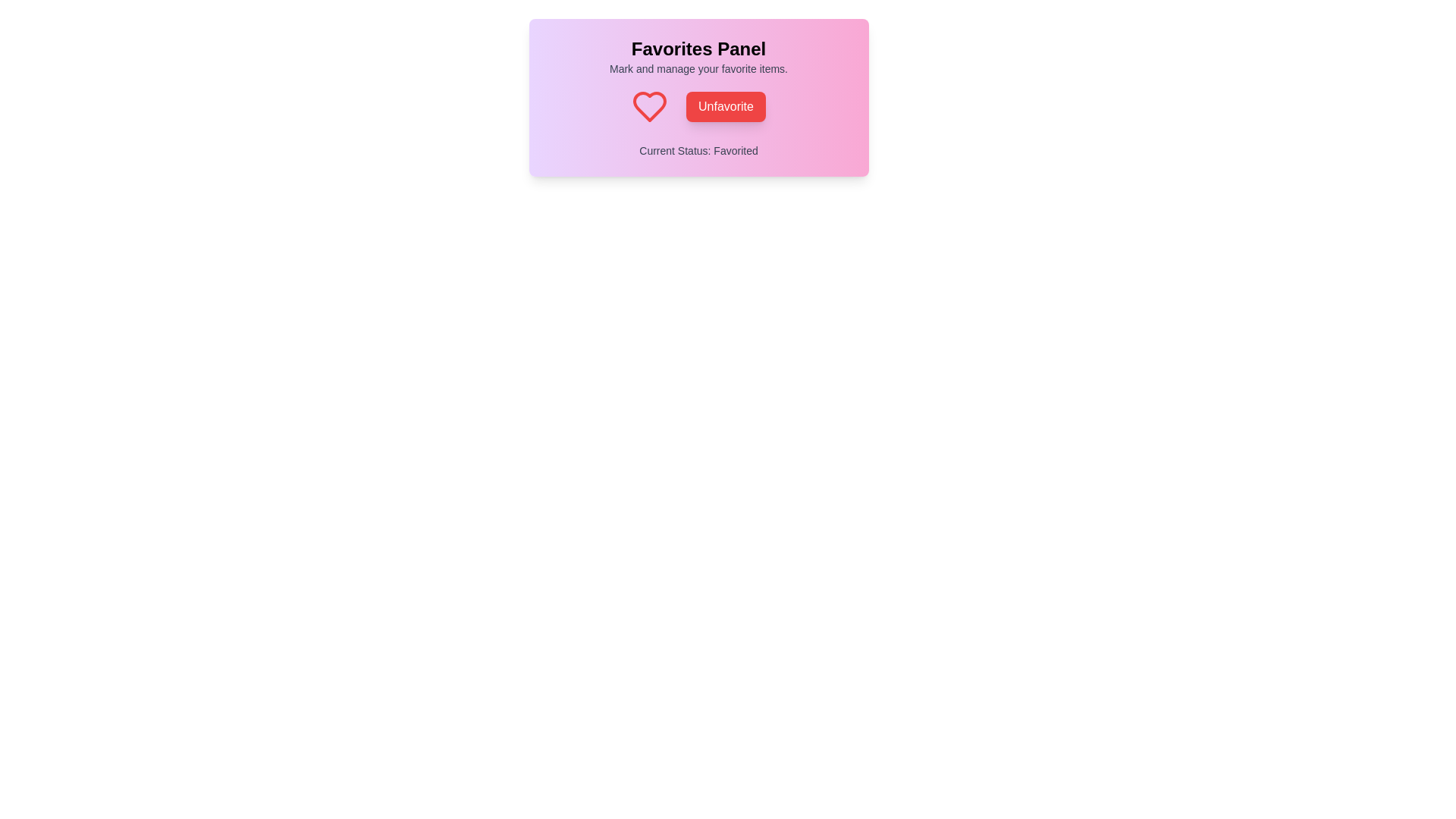 Image resolution: width=1456 pixels, height=819 pixels. What do you see at coordinates (725, 106) in the screenshot?
I see `the 'Unfavorite' button to toggle the favorite state` at bounding box center [725, 106].